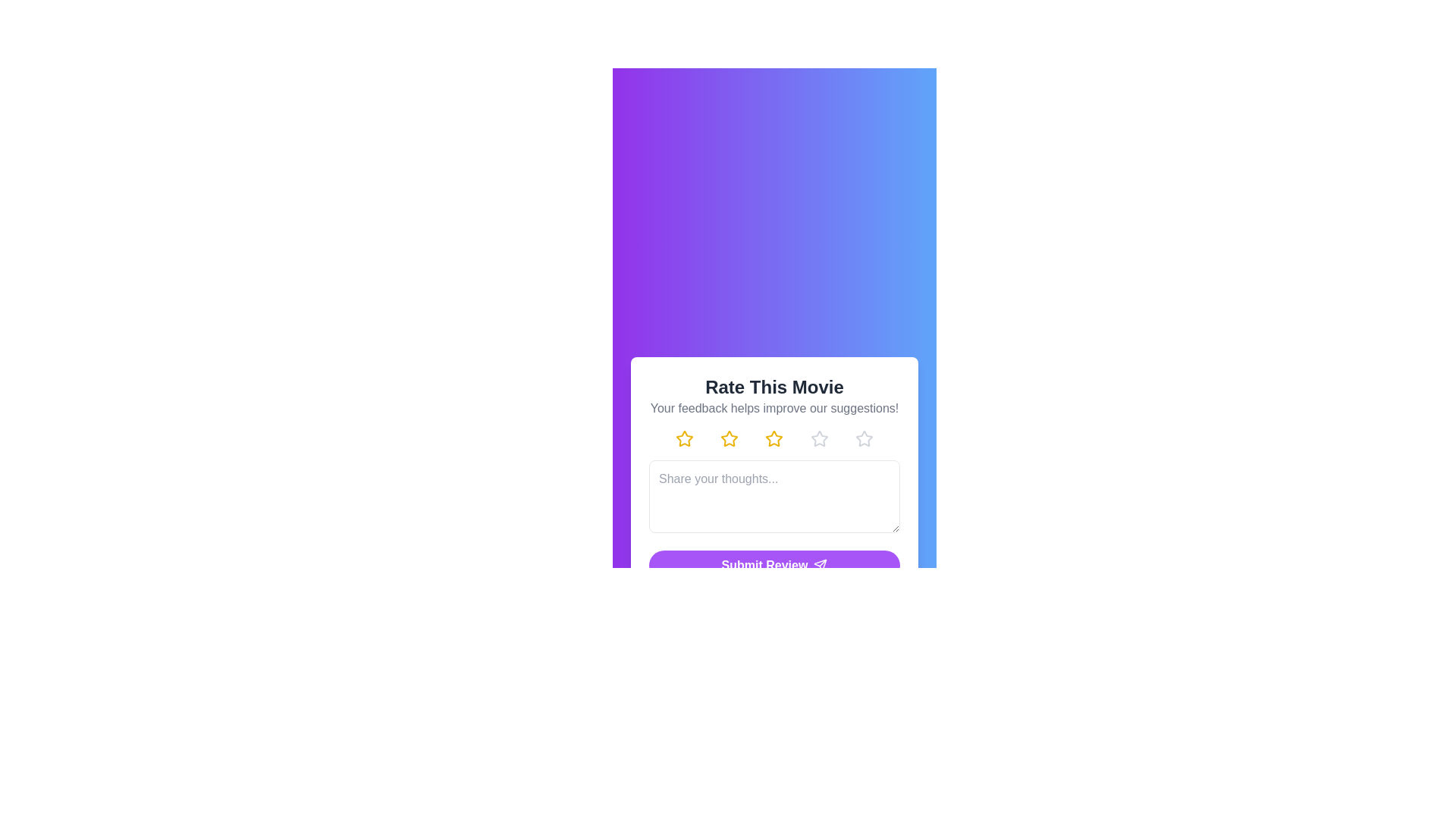  Describe the element at coordinates (818, 438) in the screenshot. I see `the fourth star icon in the movie rating section` at that location.